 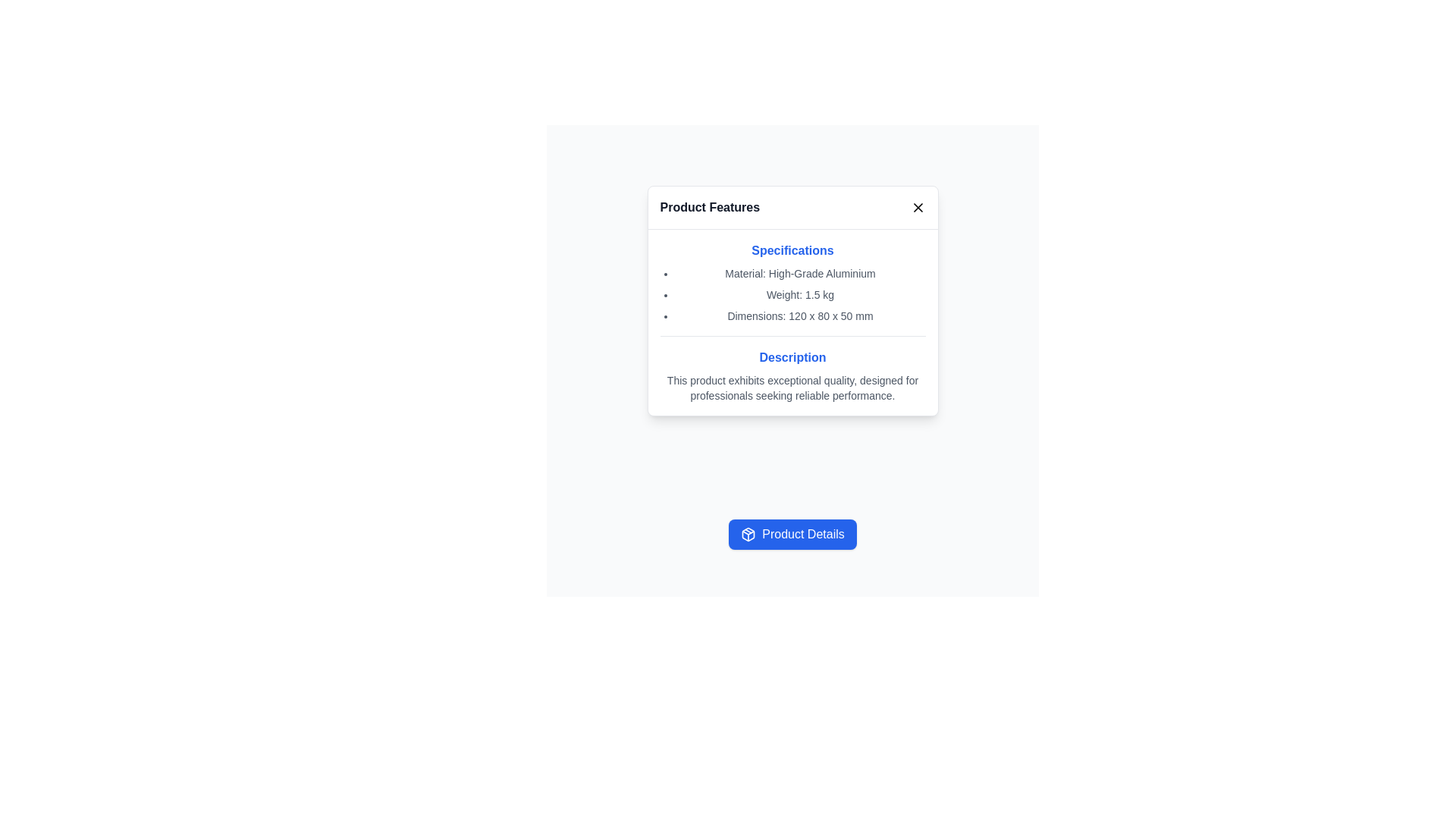 What do you see at coordinates (709, 207) in the screenshot?
I see `text content of the 'Product Features' label located in the header section of the modal window` at bounding box center [709, 207].